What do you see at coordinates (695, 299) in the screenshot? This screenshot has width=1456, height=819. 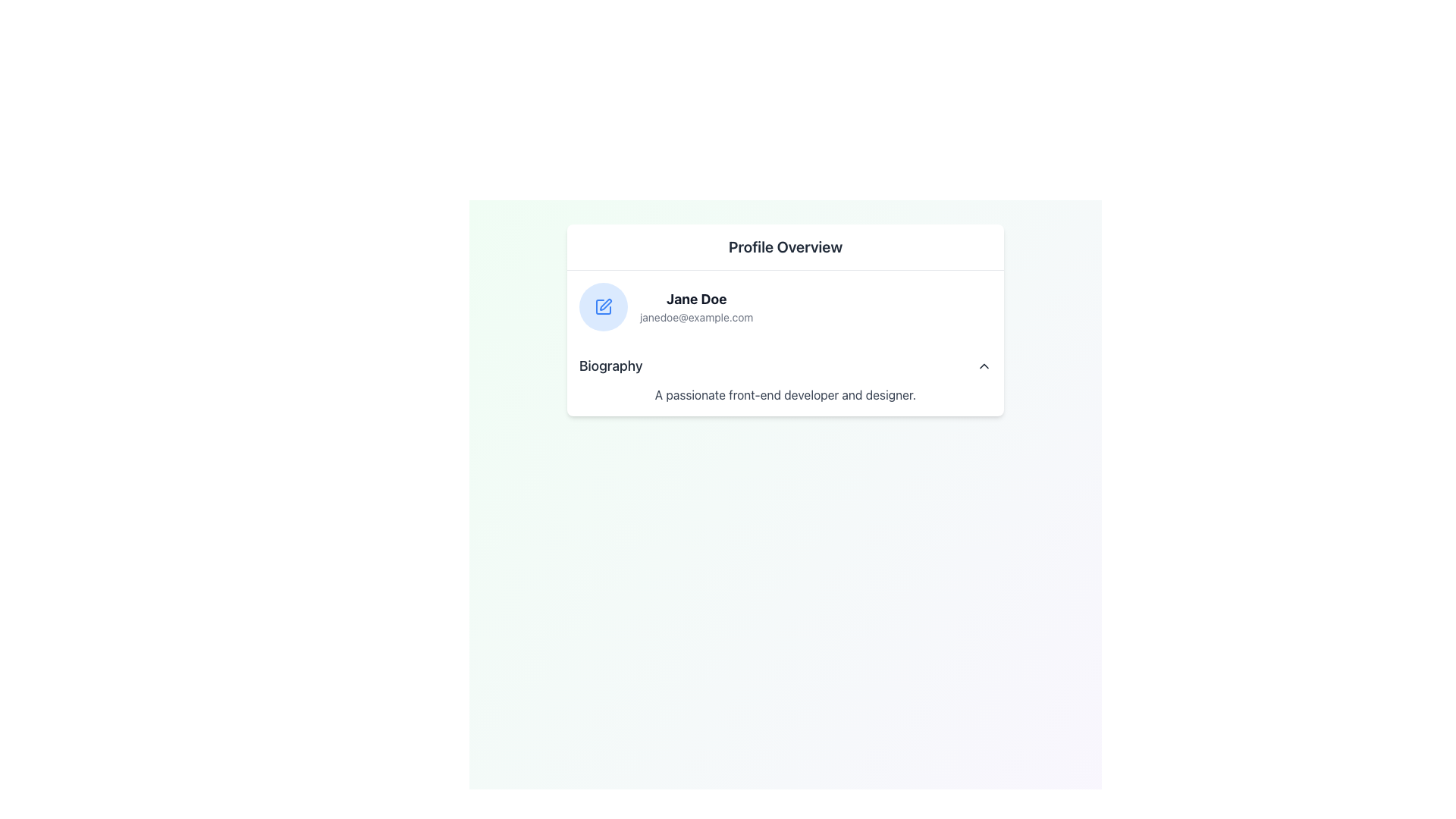 I see `the bolded text label displaying 'Jane Doe' in the profile overview section` at bounding box center [695, 299].